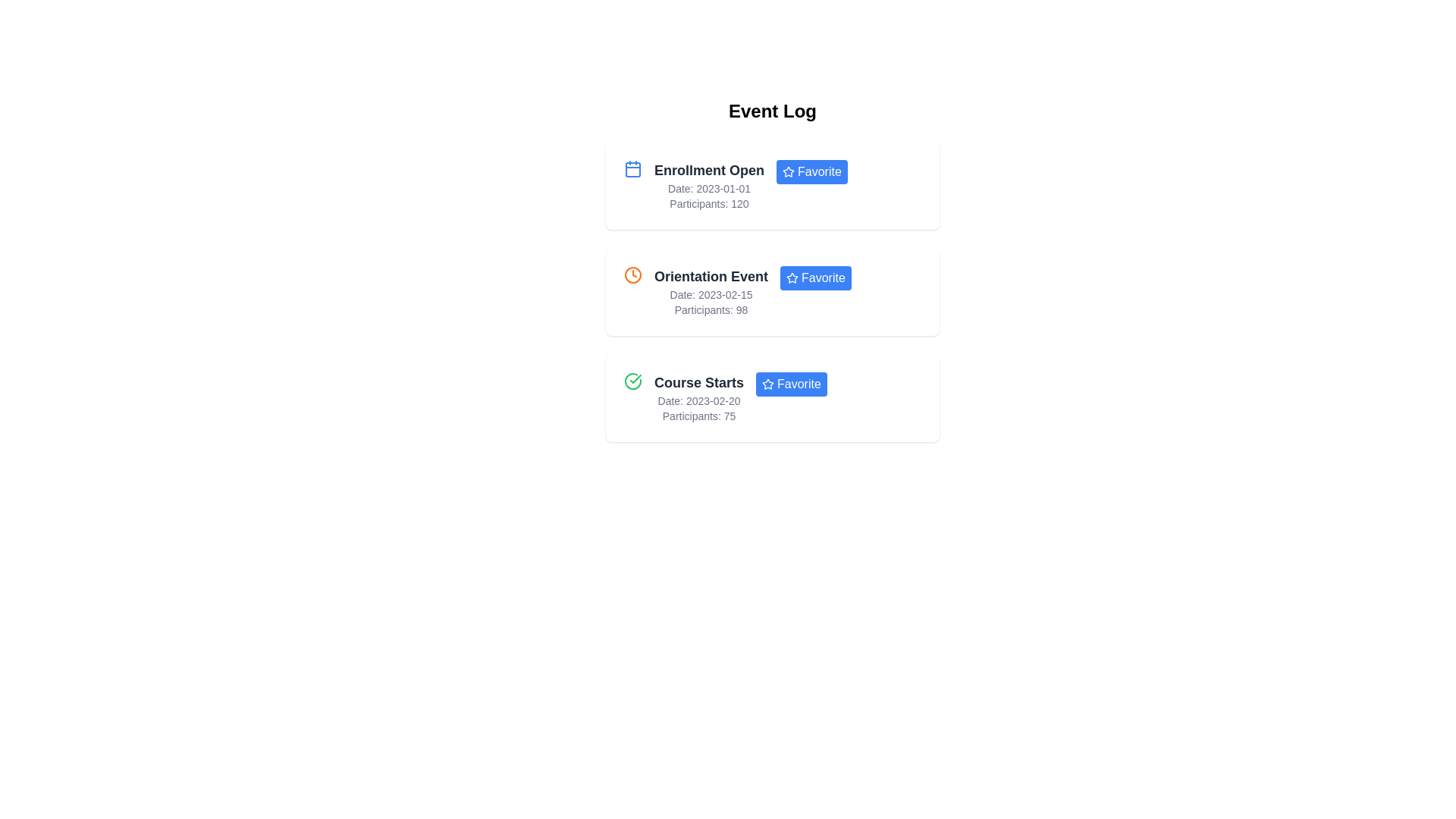  What do you see at coordinates (708, 170) in the screenshot?
I see `the first line text label within the first event card located under the 'Event Log' heading` at bounding box center [708, 170].